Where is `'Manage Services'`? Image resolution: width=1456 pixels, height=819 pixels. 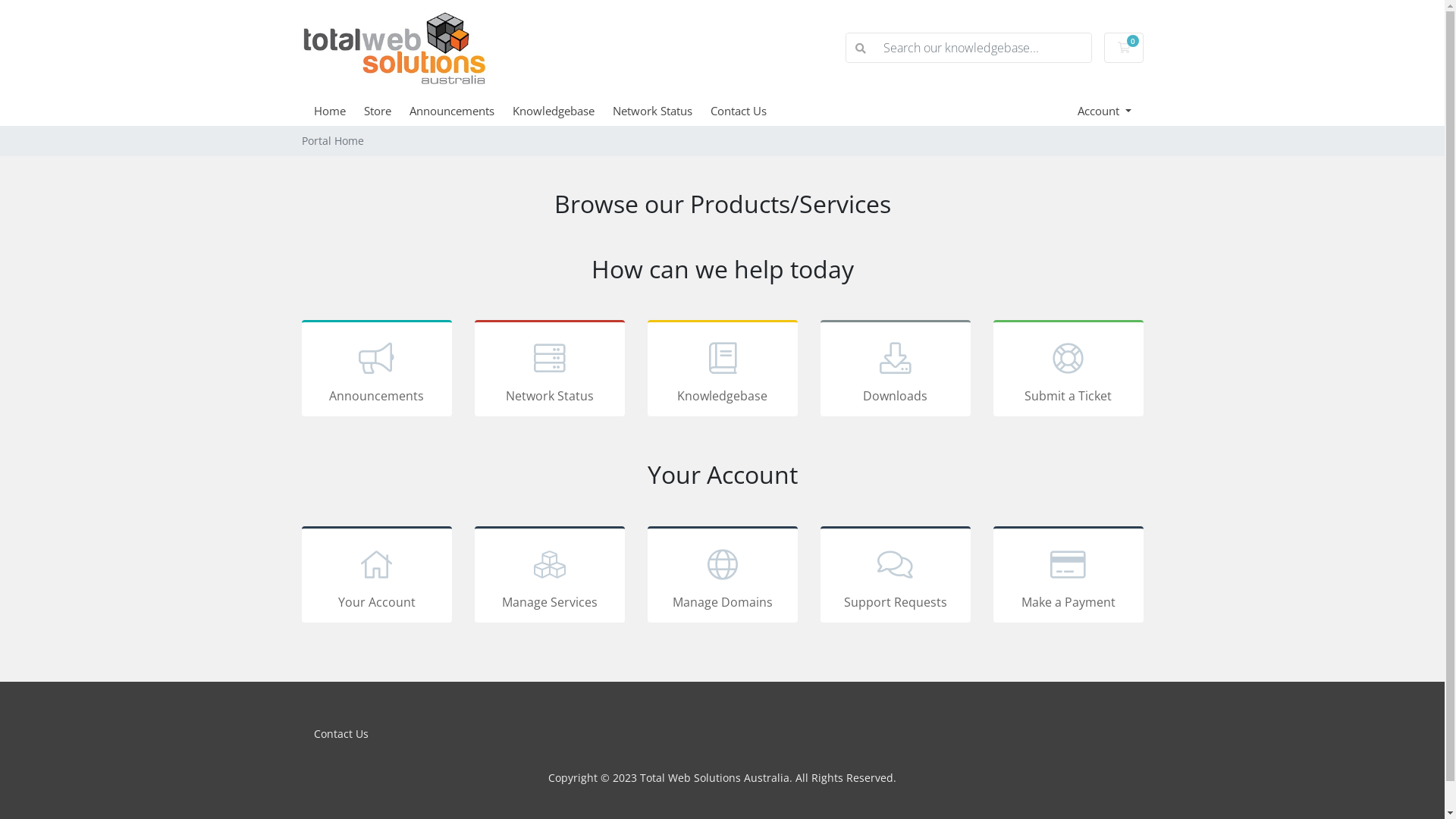 'Manage Services' is located at coordinates (548, 574).